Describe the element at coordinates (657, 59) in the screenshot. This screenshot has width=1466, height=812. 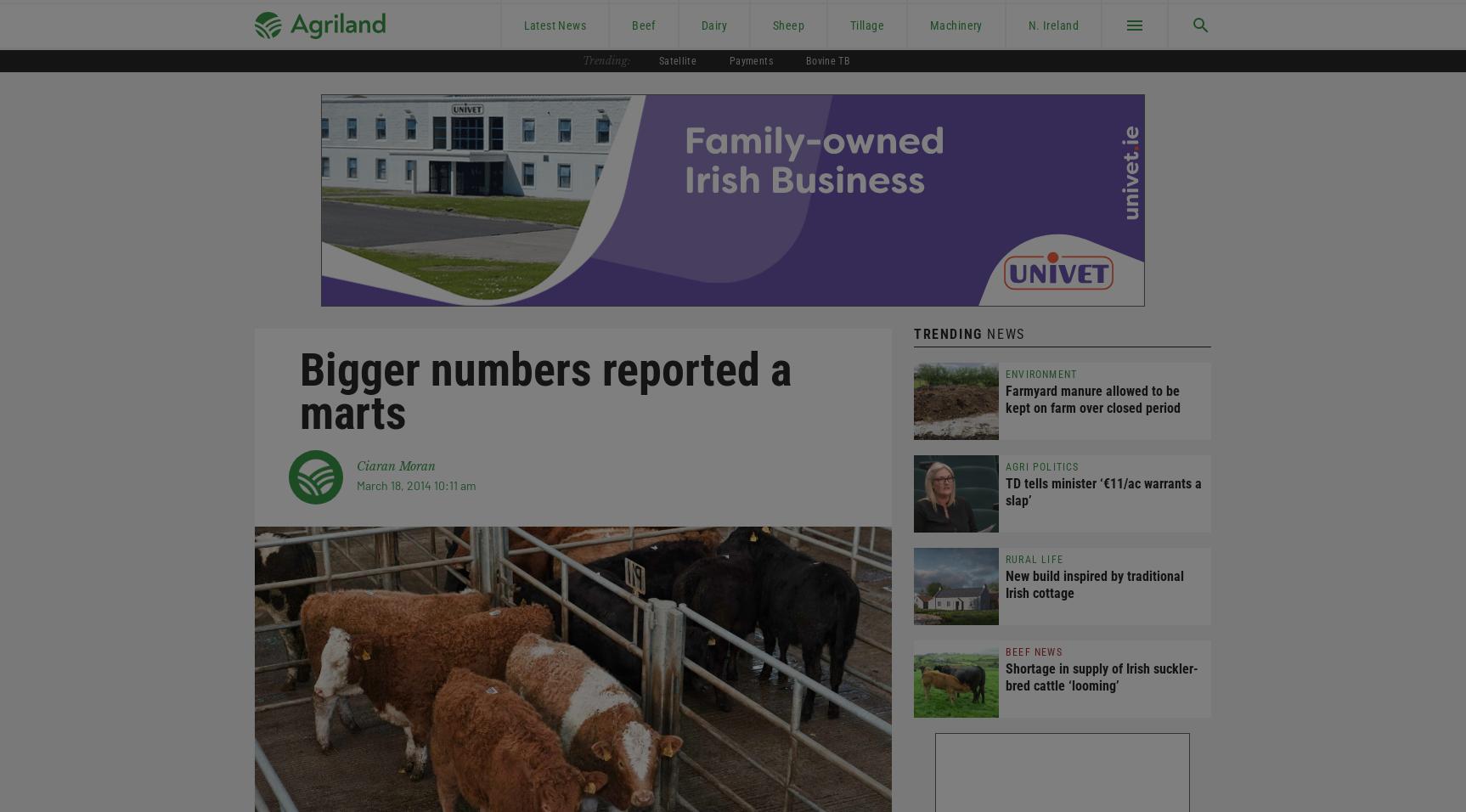
I see `'satellite'` at that location.